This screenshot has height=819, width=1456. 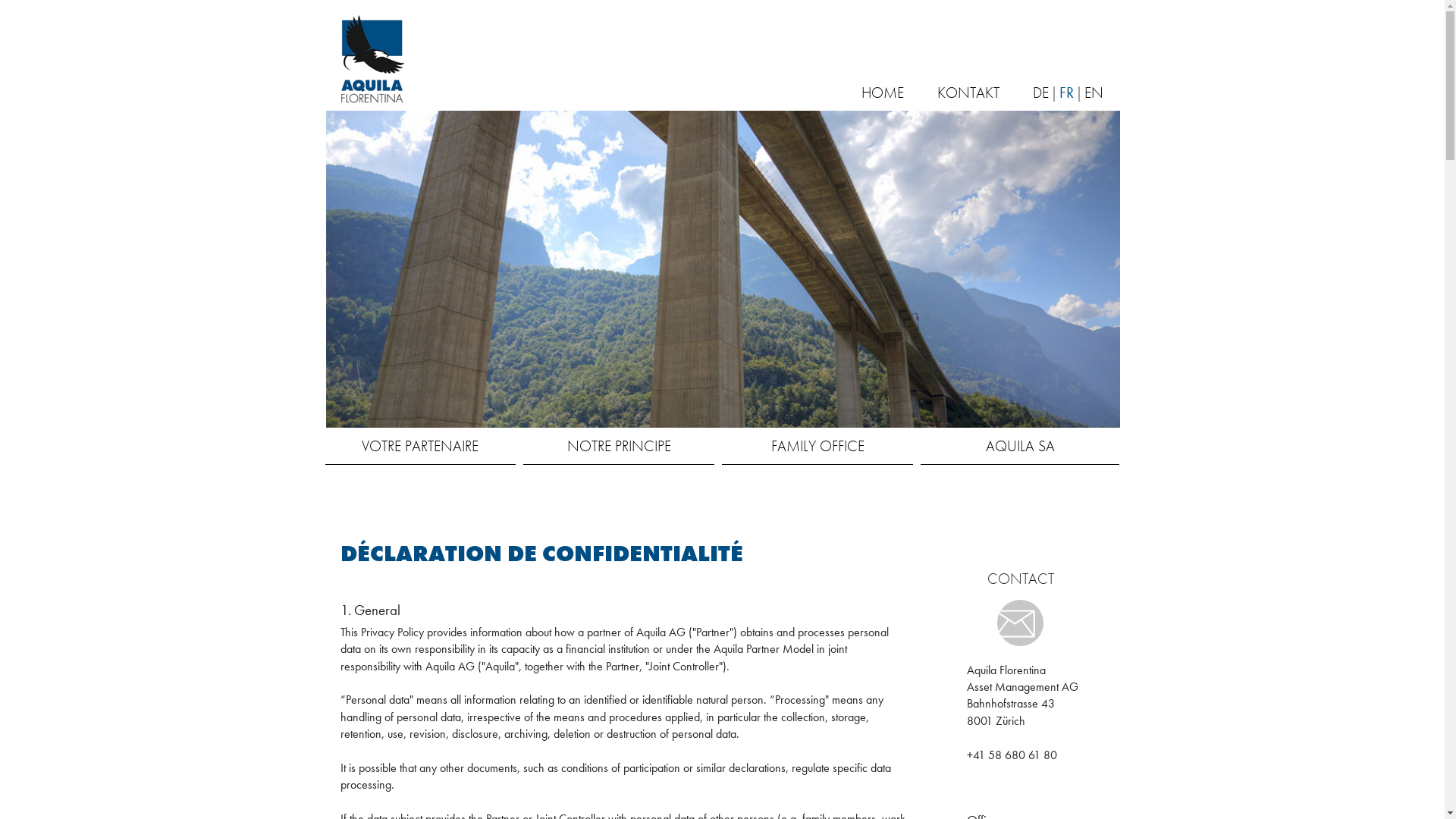 What do you see at coordinates (1019, 445) in the screenshot?
I see `'AQUILA SA'` at bounding box center [1019, 445].